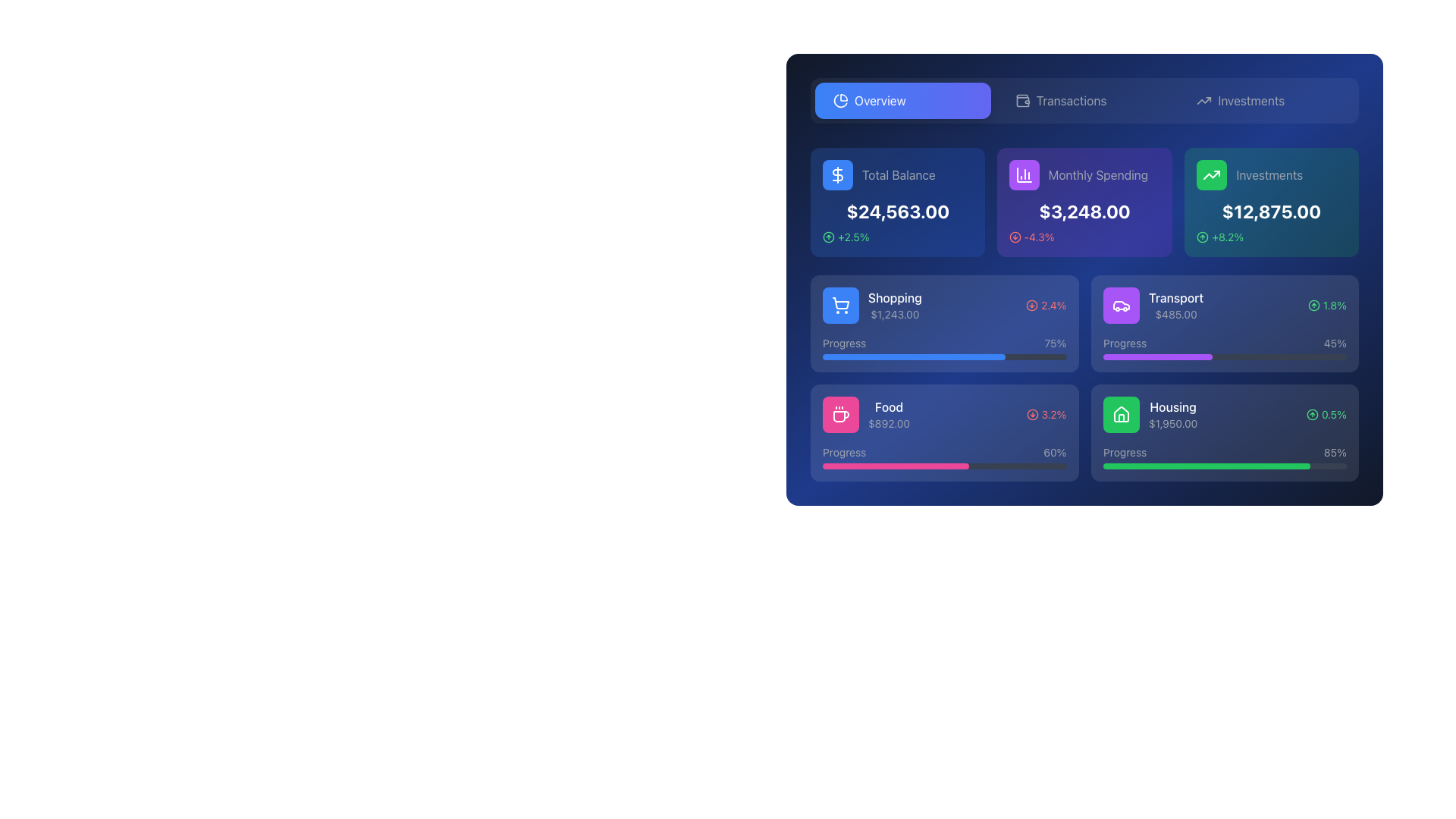 The width and height of the screenshot is (1456, 819). Describe the element at coordinates (1269, 174) in the screenshot. I see `text label indicating 'Investments' located in the upper-right section of the interface, within a card associated with a monetary amount` at that location.